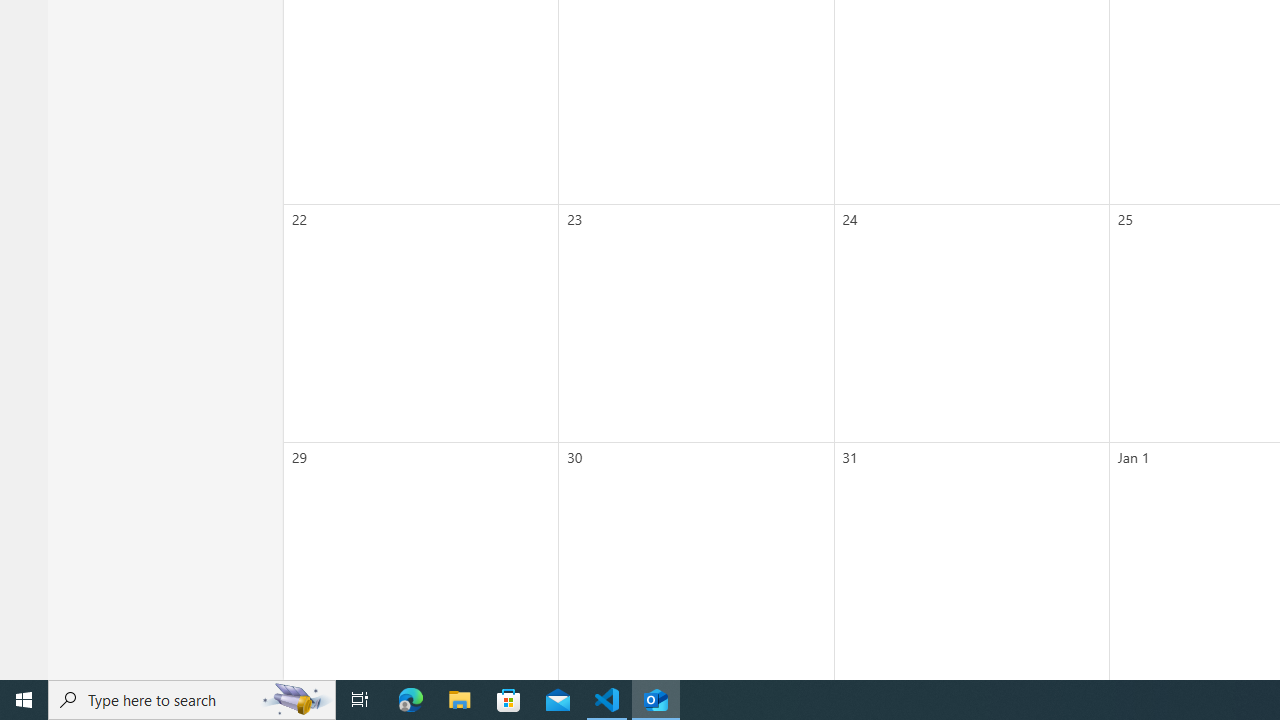 This screenshot has height=720, width=1280. What do you see at coordinates (294, 698) in the screenshot?
I see `'Search highlights icon opens search home window'` at bounding box center [294, 698].